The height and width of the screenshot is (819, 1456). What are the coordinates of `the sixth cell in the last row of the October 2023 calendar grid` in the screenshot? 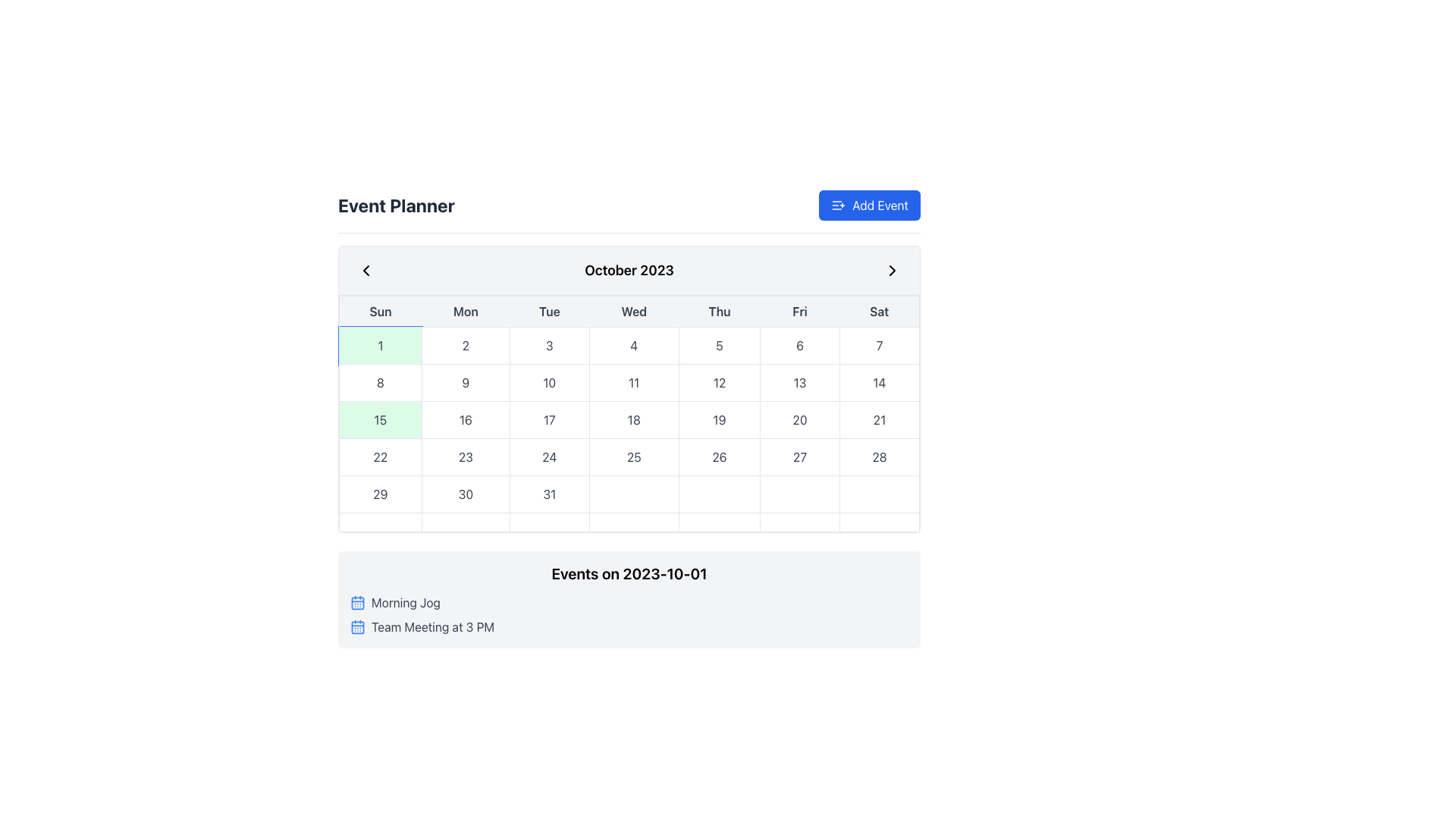 It's located at (799, 494).